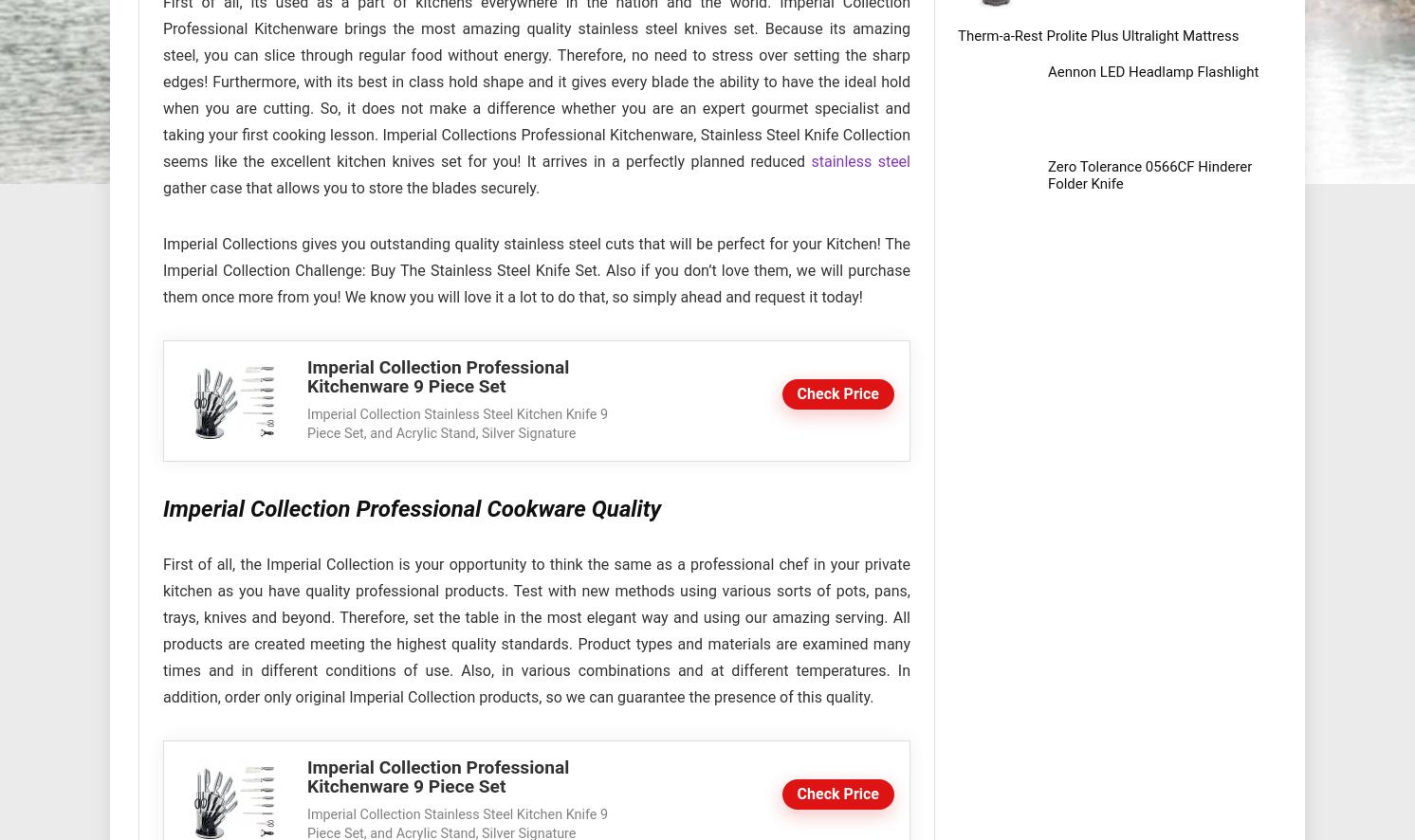 This screenshot has width=1415, height=840. Describe the element at coordinates (536, 630) in the screenshot. I see `'First of all, the Imperial Collection is your opportunity to think the same as a professional chef in your private kitchen as you have quality professional products. Test with new methods using various sorts of pots, pans, trays, knives and beyond. Therefore, set the table in the most elegant way and using our amazing serving. All products are created meeting the highest quality standards. Product types and materials are examined many times and in different conditions of use. Also, in various combinations and at different temperatures. In addition, order only original Imperial Collection products, so we can guarantee the presence of this quality.'` at that location.